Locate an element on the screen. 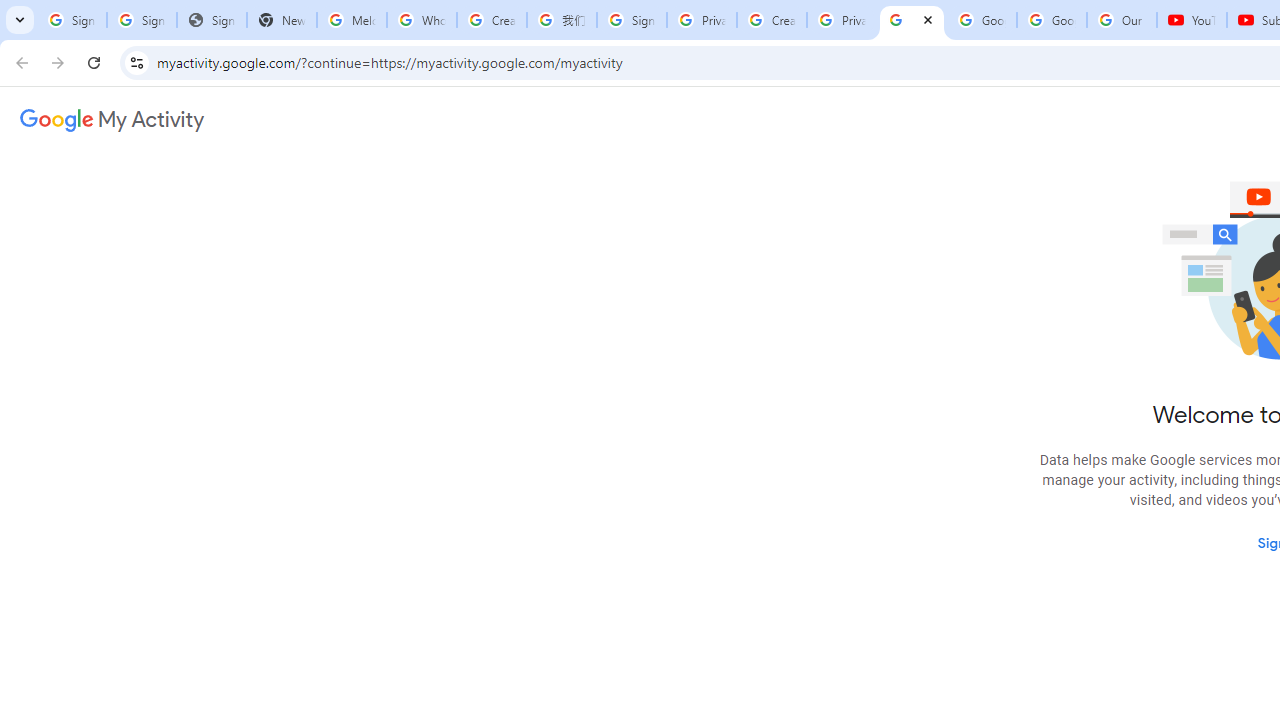 The width and height of the screenshot is (1280, 720). 'Create your Google Account' is located at coordinates (492, 20).